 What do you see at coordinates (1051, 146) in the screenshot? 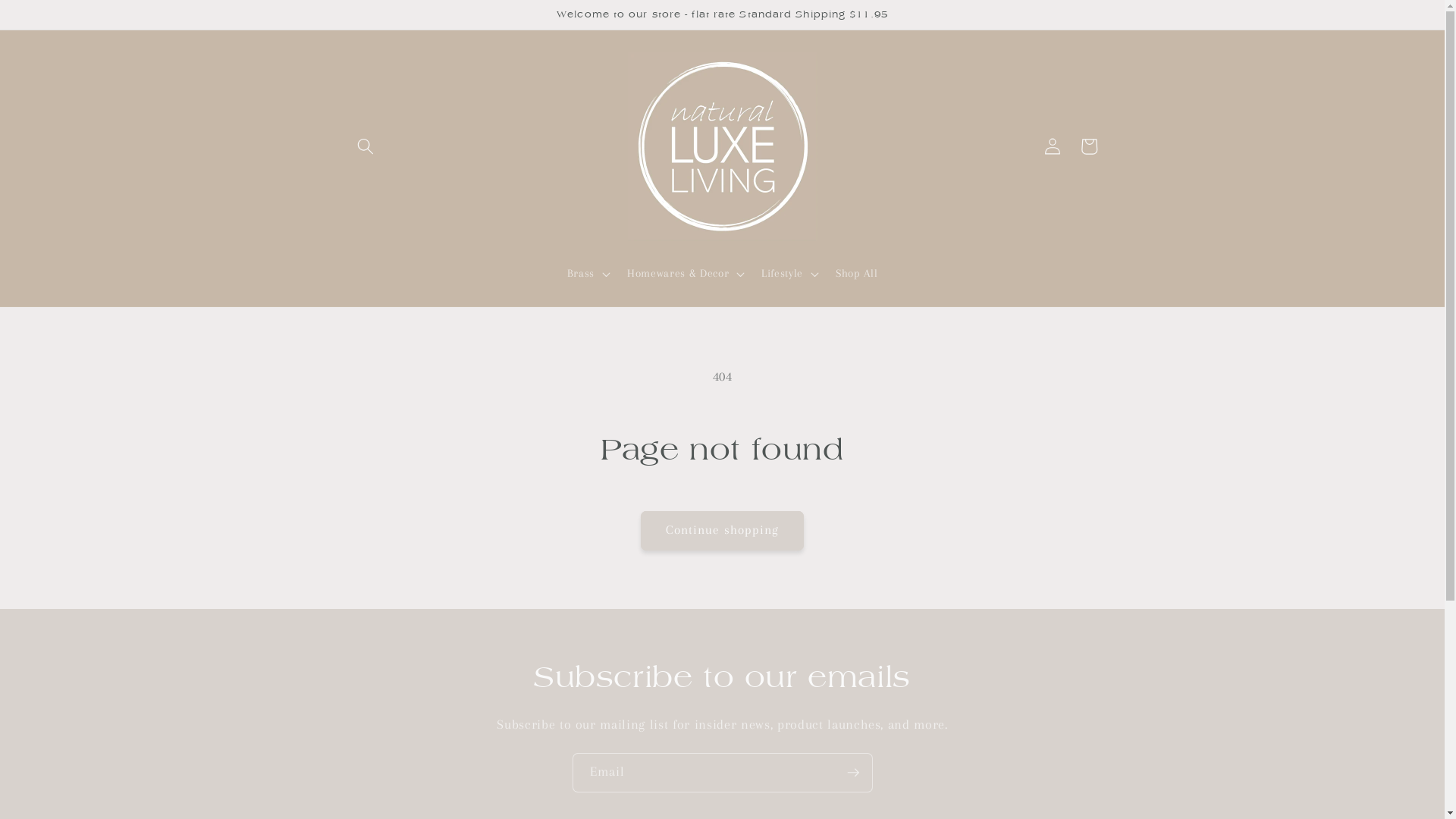
I see `'Log in'` at bounding box center [1051, 146].